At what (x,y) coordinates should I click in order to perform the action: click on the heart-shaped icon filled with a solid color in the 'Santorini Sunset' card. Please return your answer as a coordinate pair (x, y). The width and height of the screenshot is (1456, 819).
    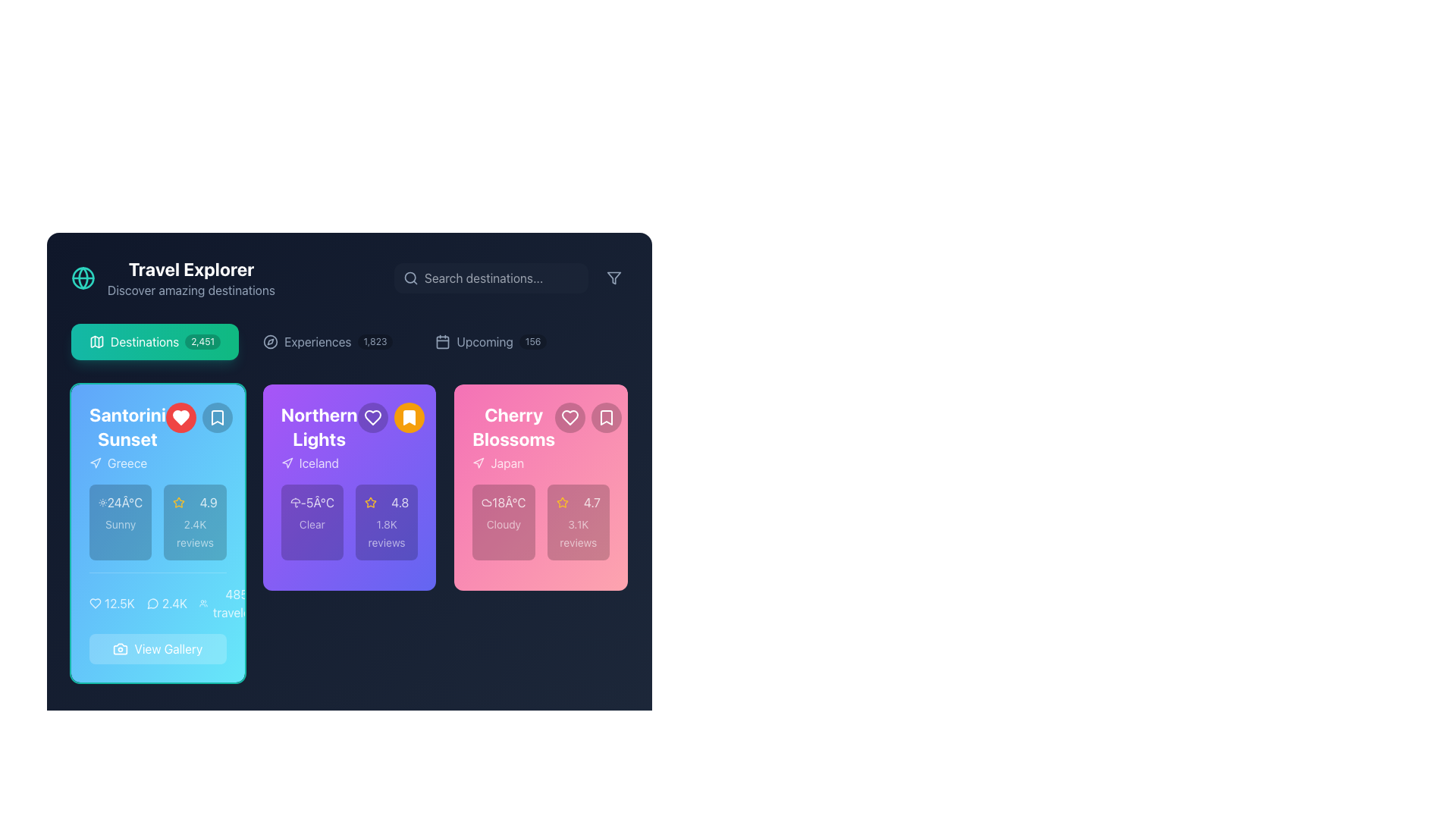
    Looking at the image, I should click on (94, 602).